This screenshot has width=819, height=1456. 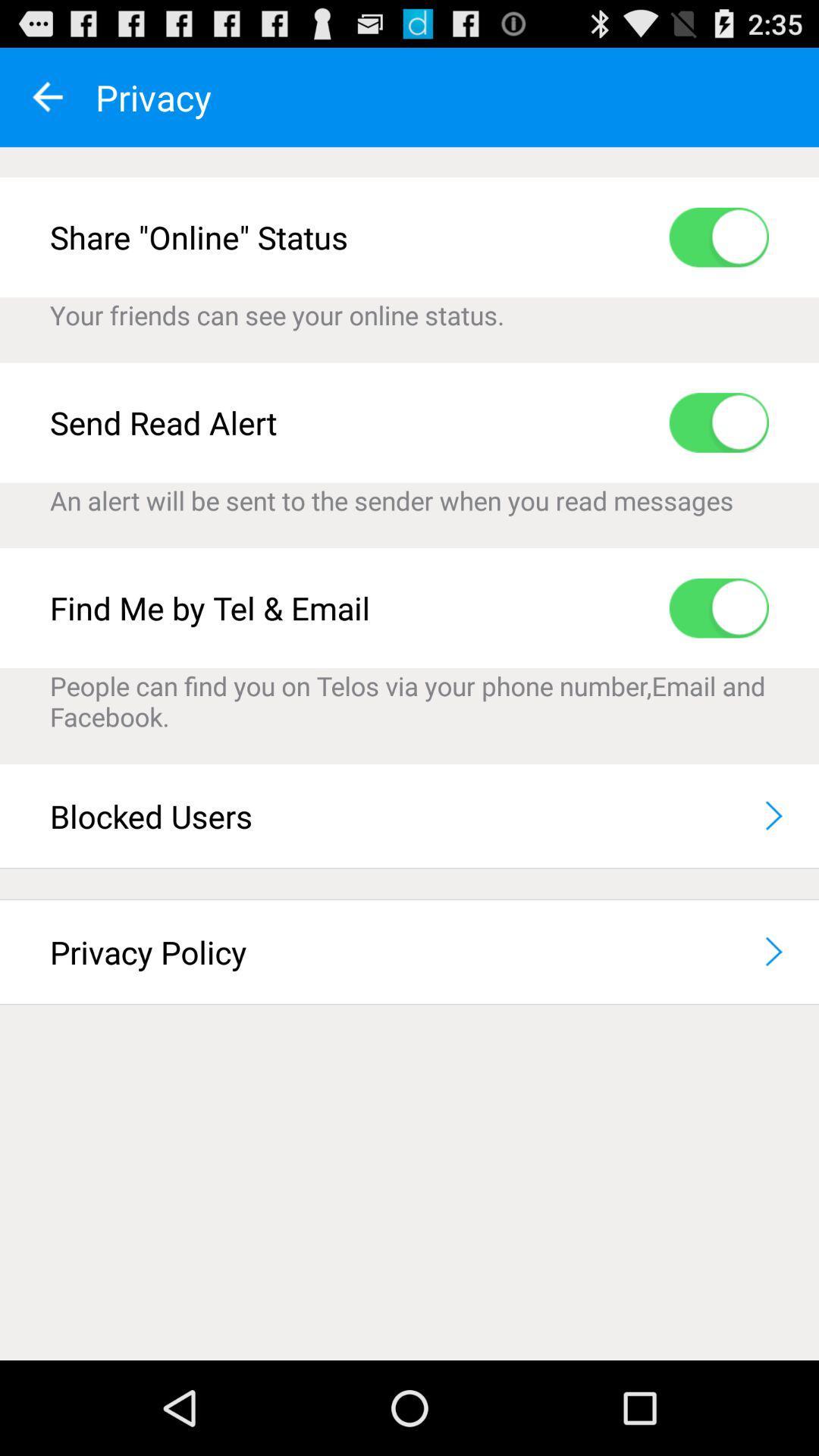 I want to click on the icon above an alert will icon, so click(x=718, y=422).